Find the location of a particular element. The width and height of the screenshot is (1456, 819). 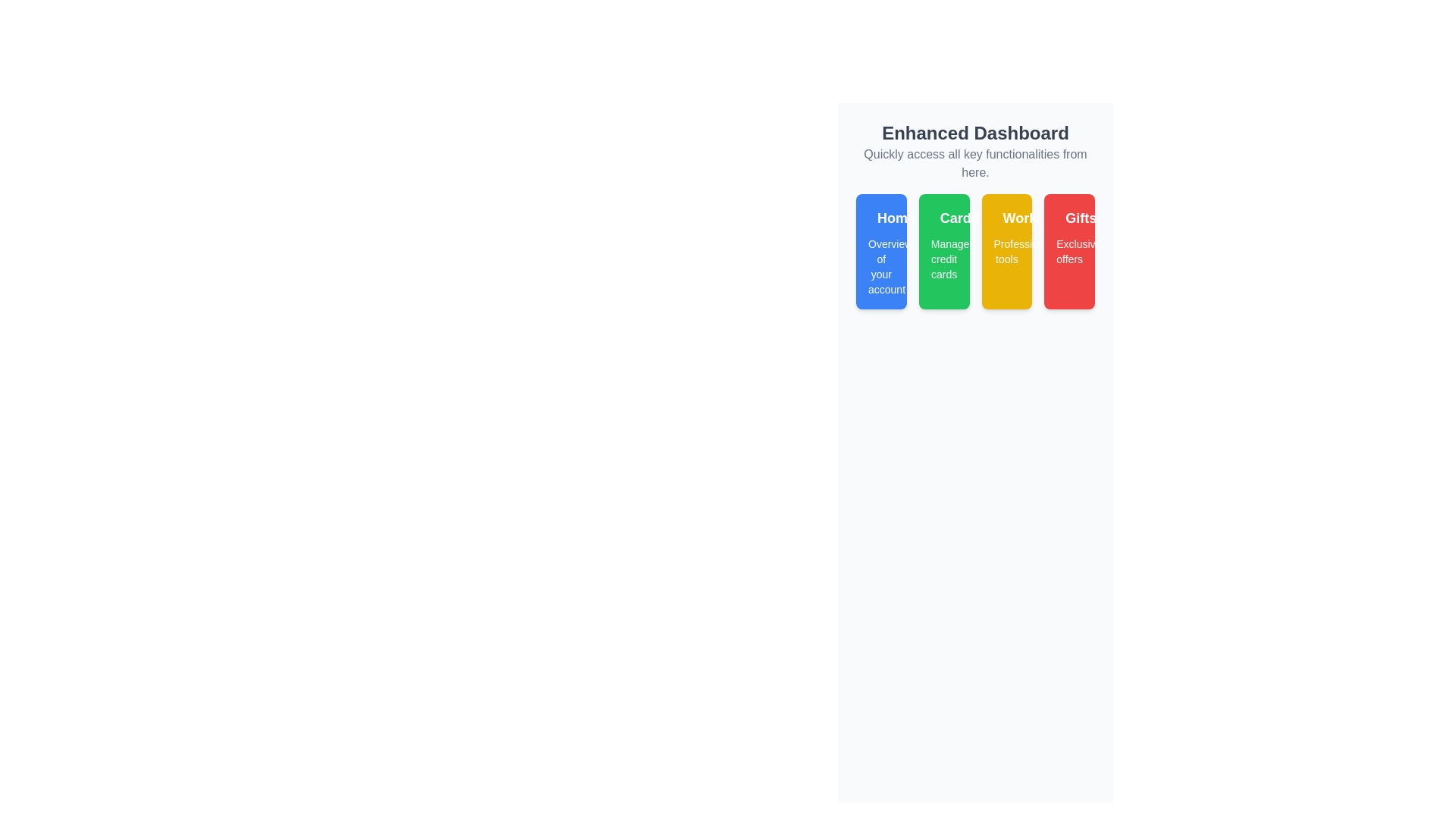

the Grid-based navigation widget located in the Enhanced Dashboard page, which consists of four sections labeled 'Home', 'Cards', 'Work', and 'Gifts' is located at coordinates (975, 250).